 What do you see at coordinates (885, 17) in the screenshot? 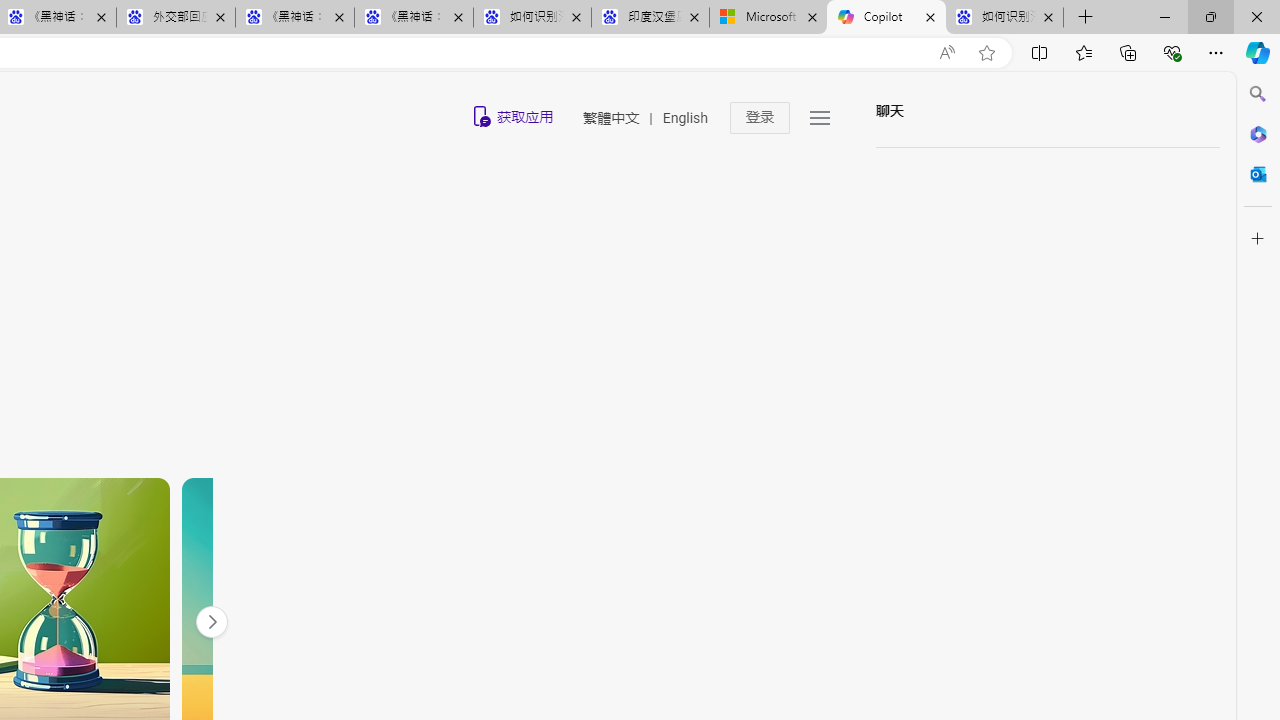
I see `'Copilot'` at bounding box center [885, 17].